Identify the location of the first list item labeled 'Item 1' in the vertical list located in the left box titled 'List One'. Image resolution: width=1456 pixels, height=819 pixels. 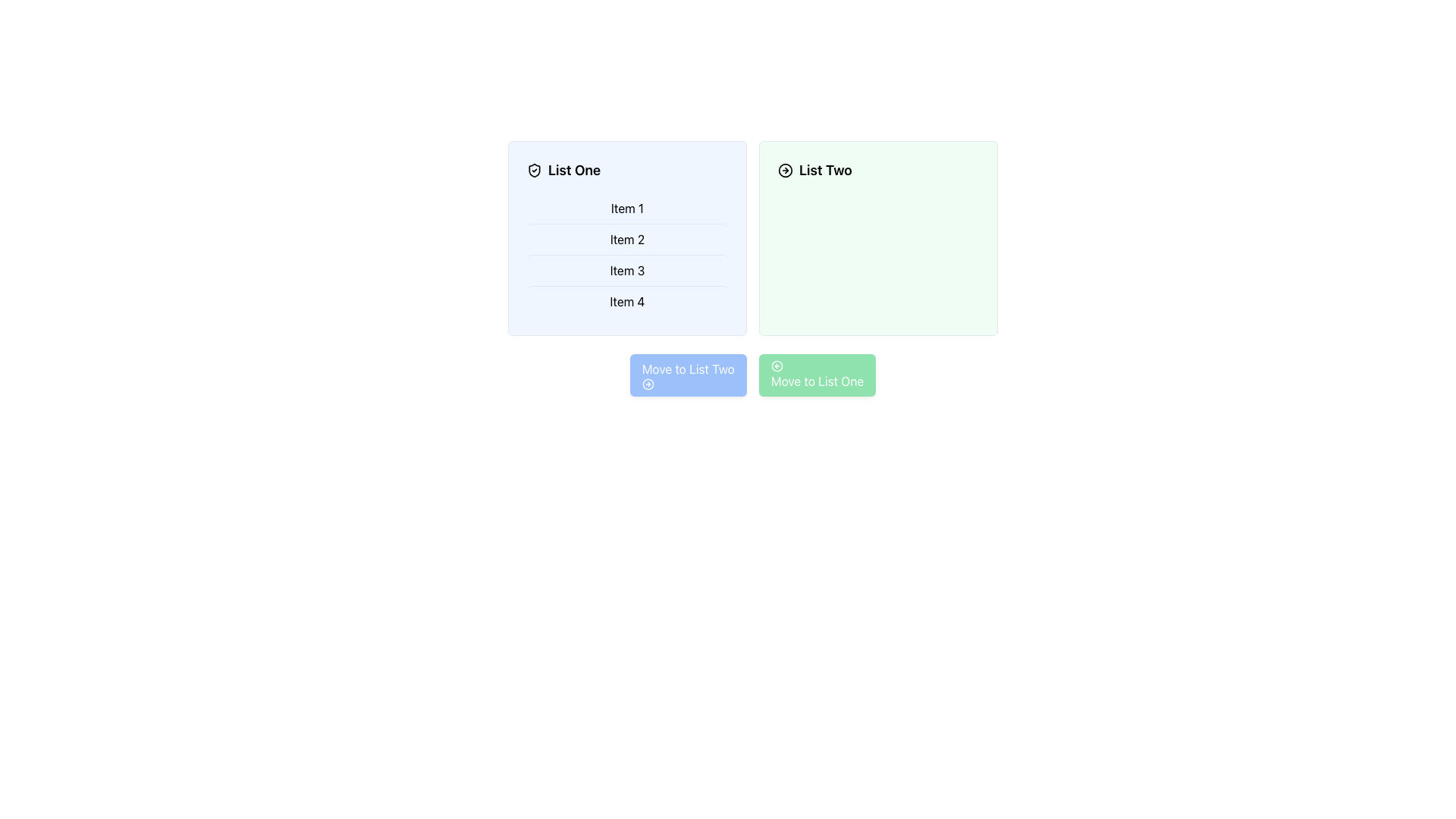
(627, 208).